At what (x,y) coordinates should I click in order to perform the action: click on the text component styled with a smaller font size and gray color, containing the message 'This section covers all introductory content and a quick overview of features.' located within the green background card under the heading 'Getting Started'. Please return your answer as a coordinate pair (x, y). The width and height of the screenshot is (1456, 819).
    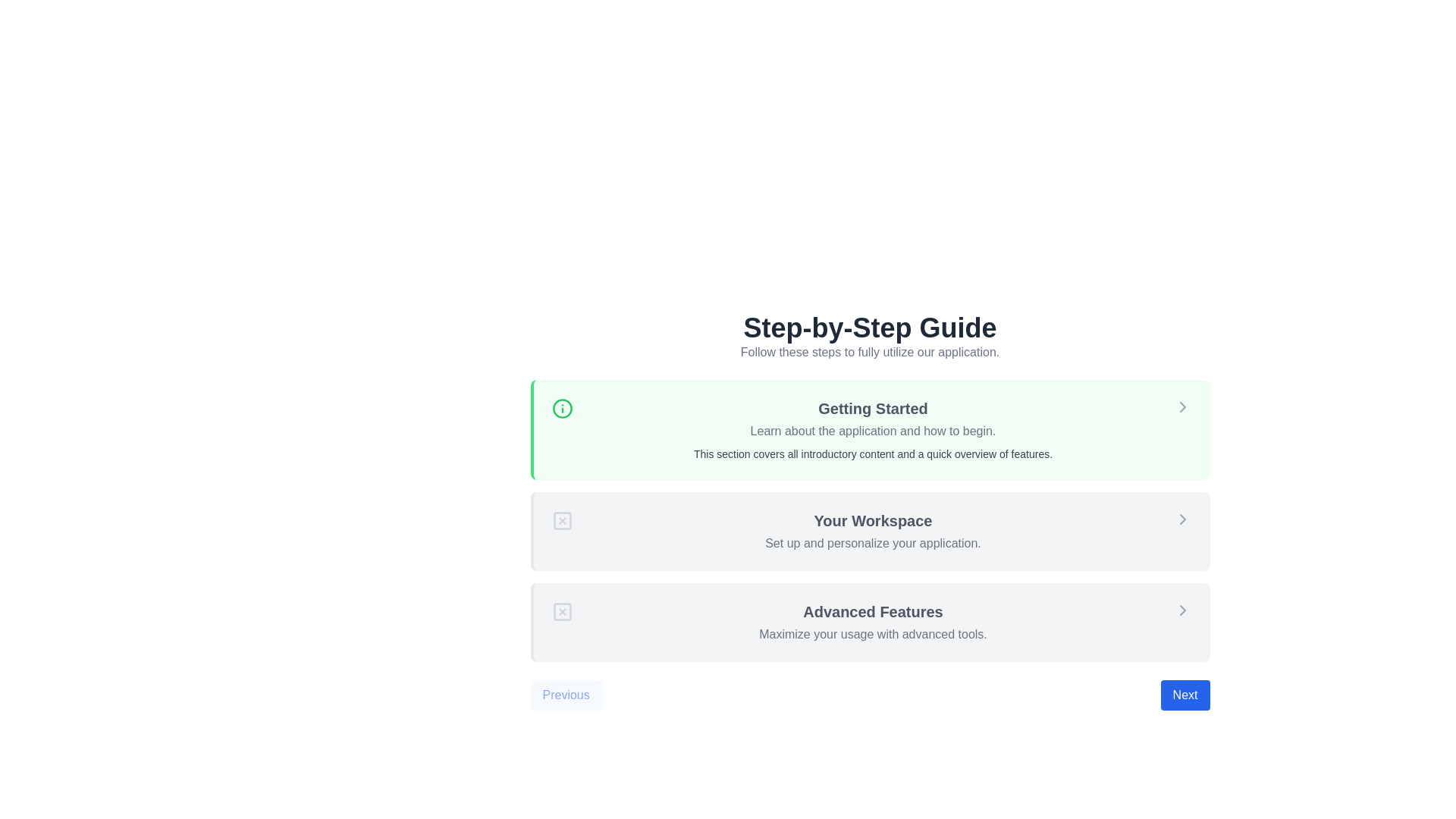
    Looking at the image, I should click on (873, 453).